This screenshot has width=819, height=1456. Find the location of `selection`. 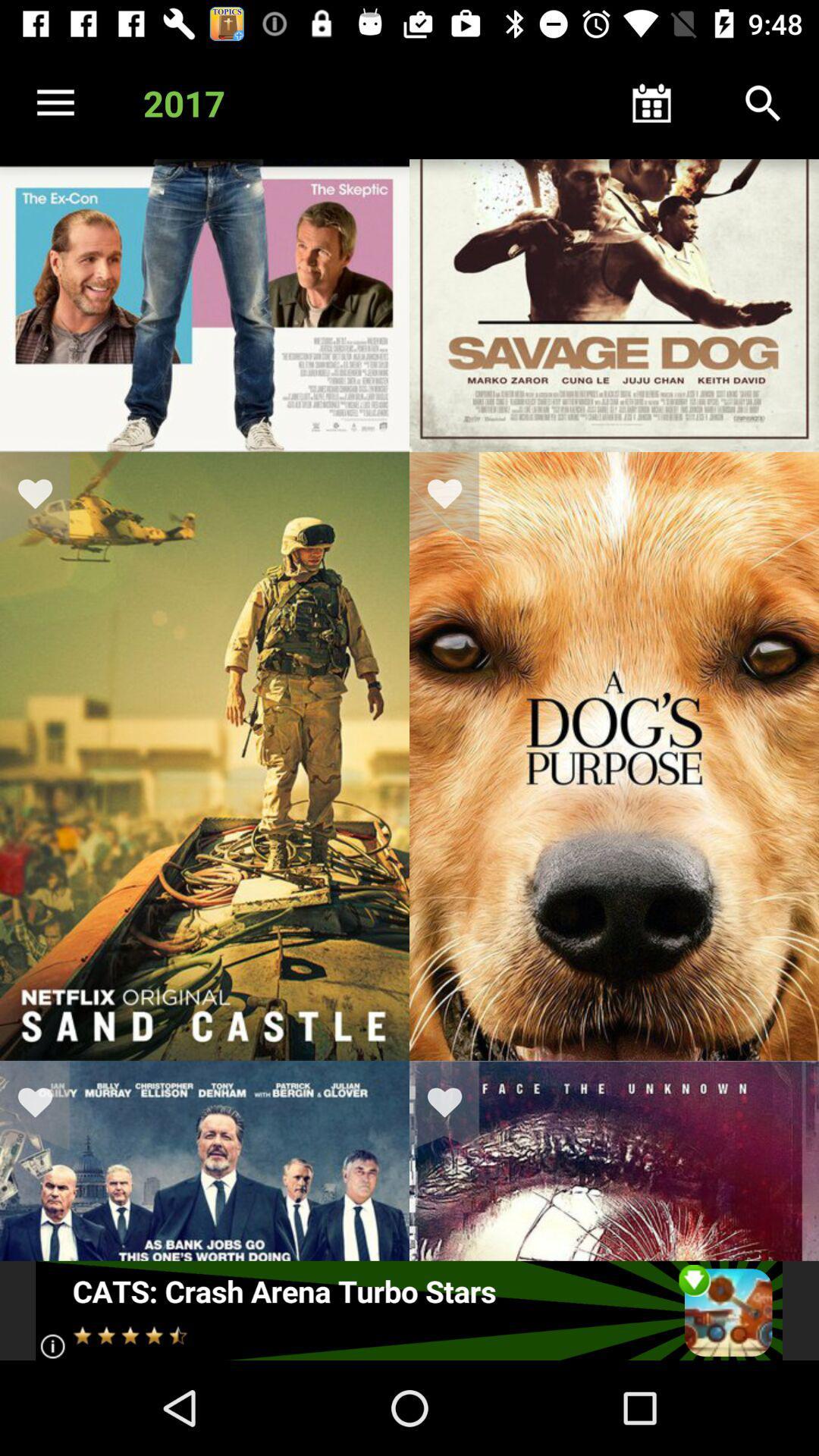

selection is located at coordinates (453, 1106).